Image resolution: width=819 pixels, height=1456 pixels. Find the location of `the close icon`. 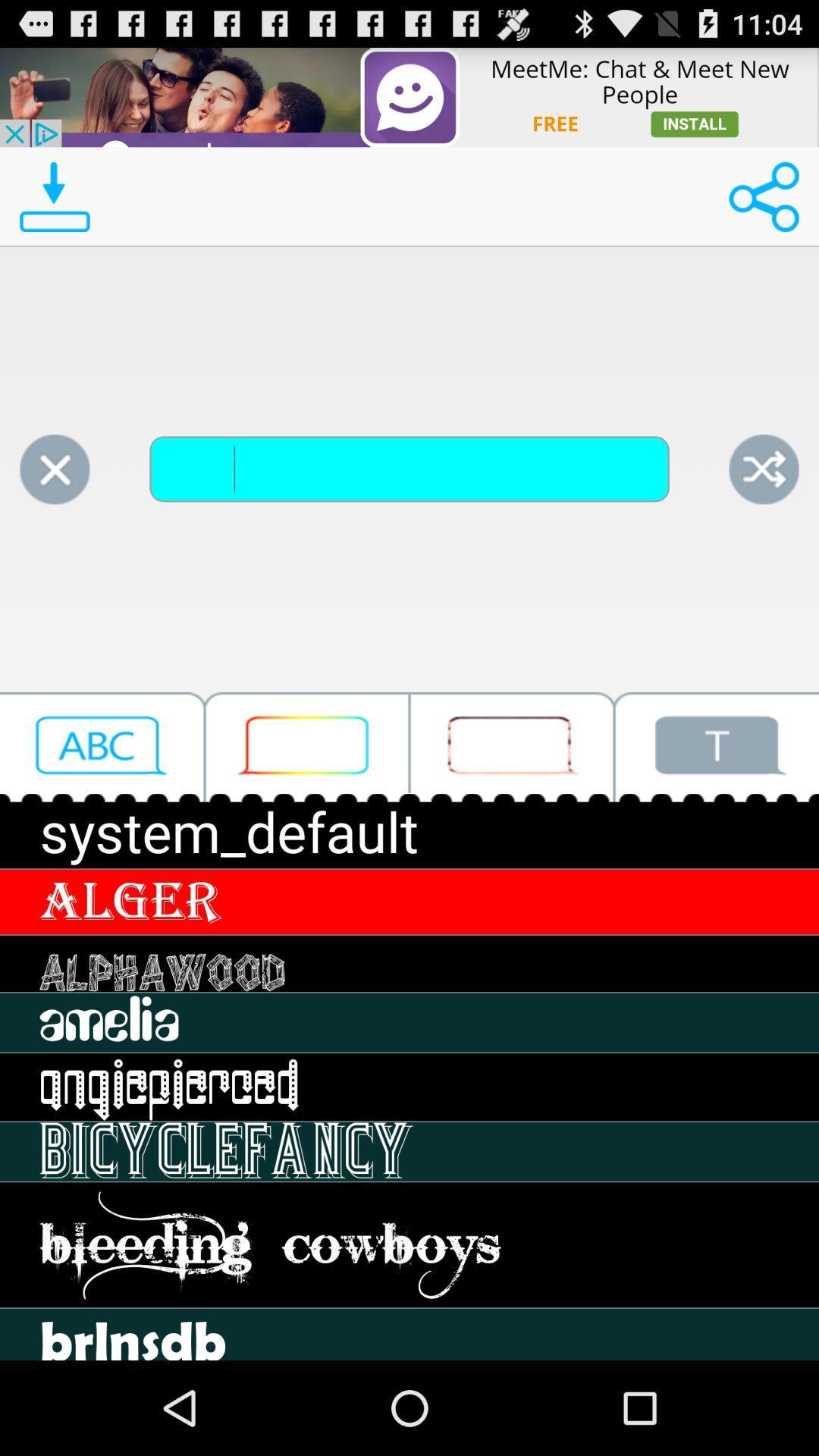

the close icon is located at coordinates (54, 502).